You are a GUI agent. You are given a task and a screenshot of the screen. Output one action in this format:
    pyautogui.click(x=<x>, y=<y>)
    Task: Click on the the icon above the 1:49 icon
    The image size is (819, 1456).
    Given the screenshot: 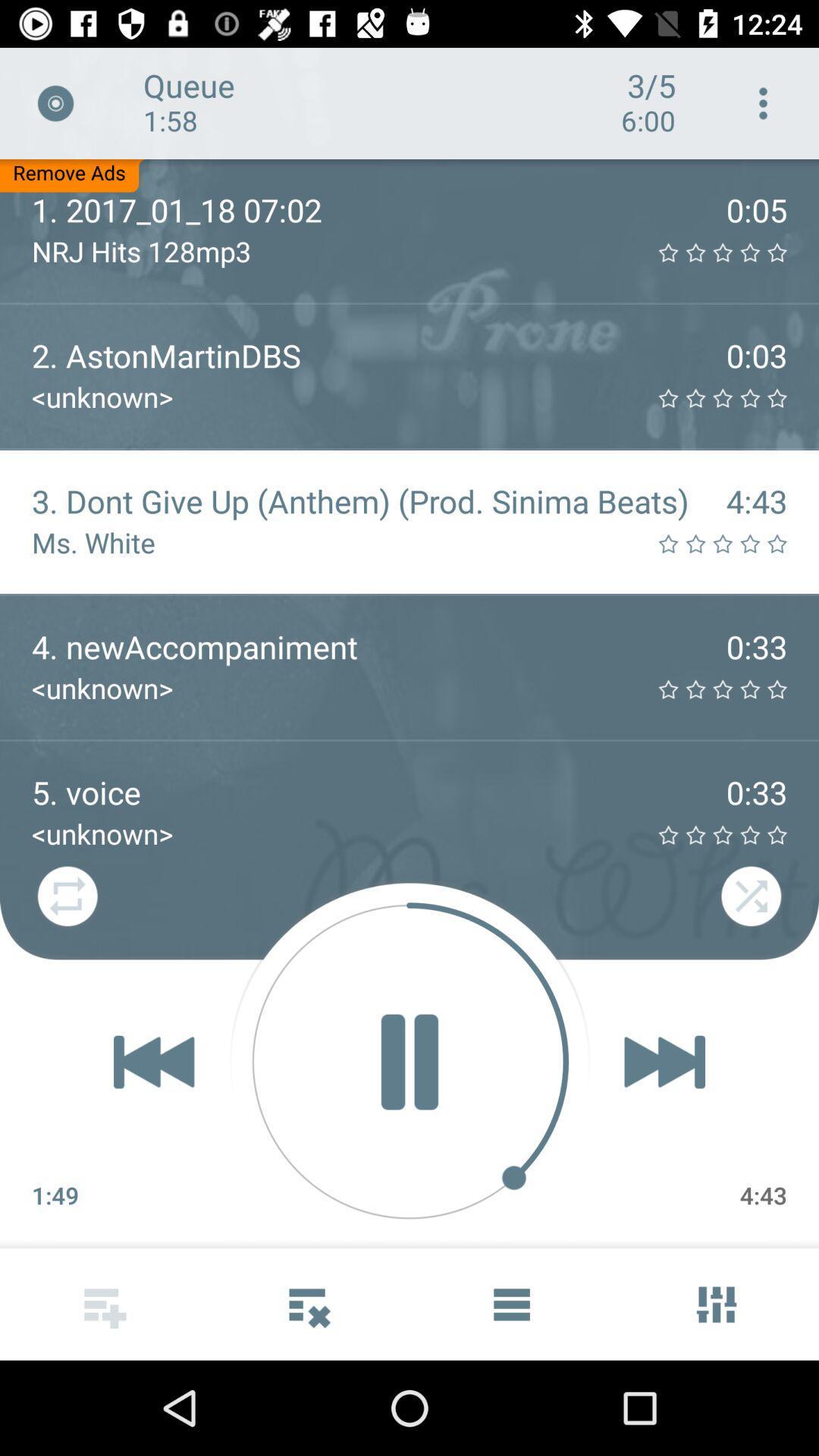 What is the action you would take?
    pyautogui.click(x=154, y=1061)
    